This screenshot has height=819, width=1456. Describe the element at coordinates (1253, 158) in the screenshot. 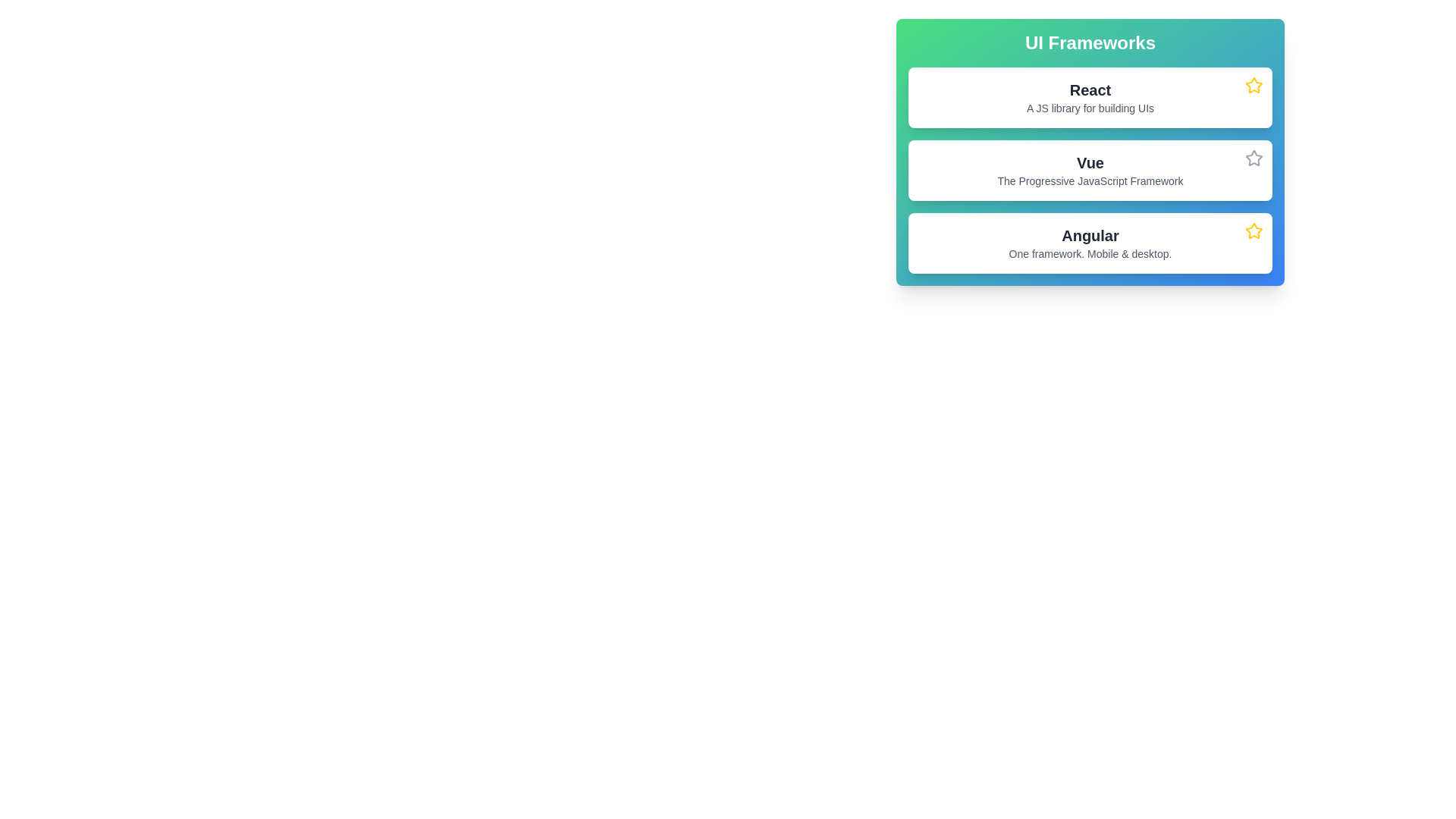

I see `the star-shaped icon with a gray border located adjacent to the list item 'Vue'` at that location.